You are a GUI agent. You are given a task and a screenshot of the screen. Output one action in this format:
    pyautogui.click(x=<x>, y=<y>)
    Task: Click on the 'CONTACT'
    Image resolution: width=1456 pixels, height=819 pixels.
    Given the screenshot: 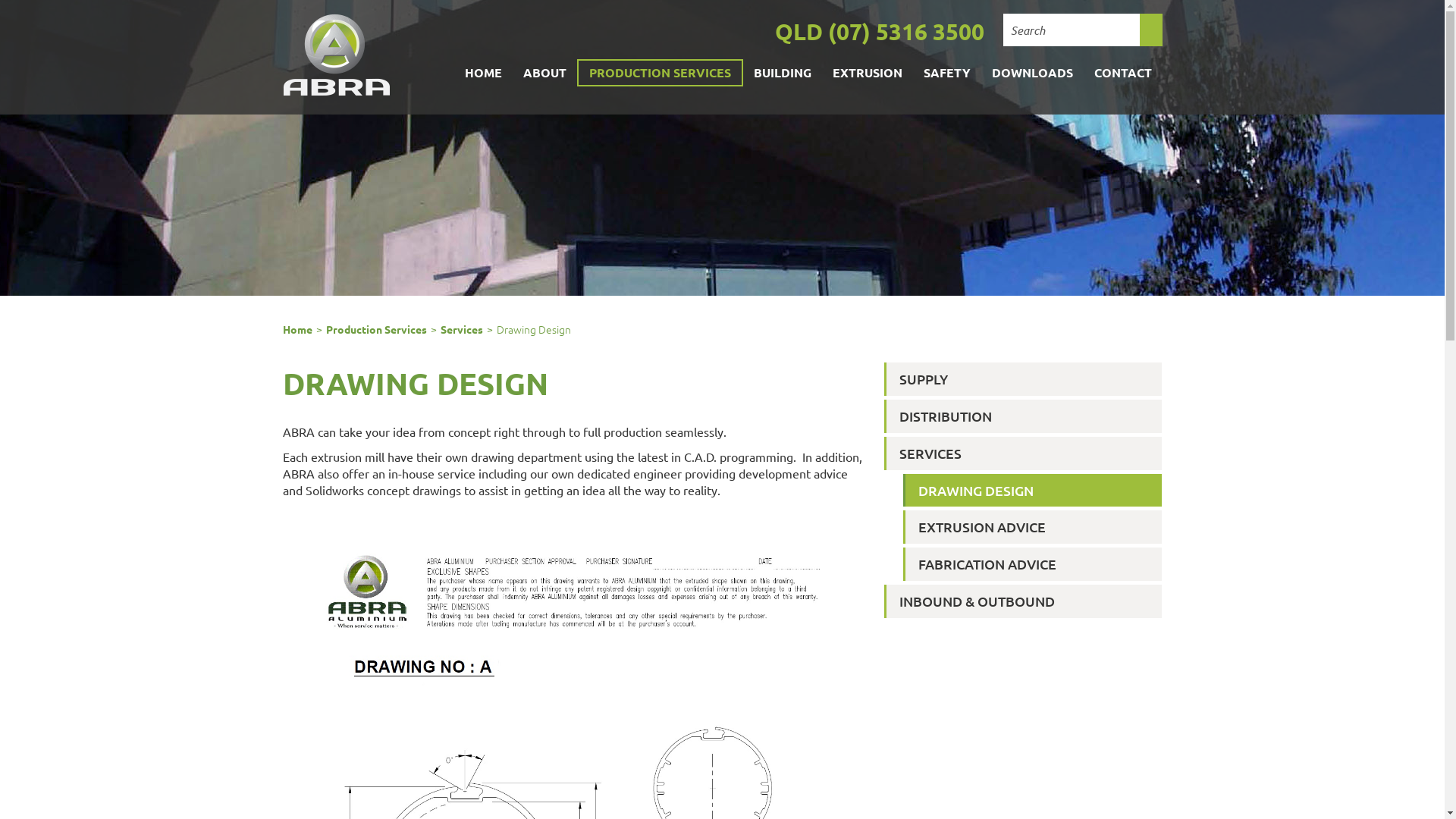 What is the action you would take?
    pyautogui.click(x=1122, y=73)
    